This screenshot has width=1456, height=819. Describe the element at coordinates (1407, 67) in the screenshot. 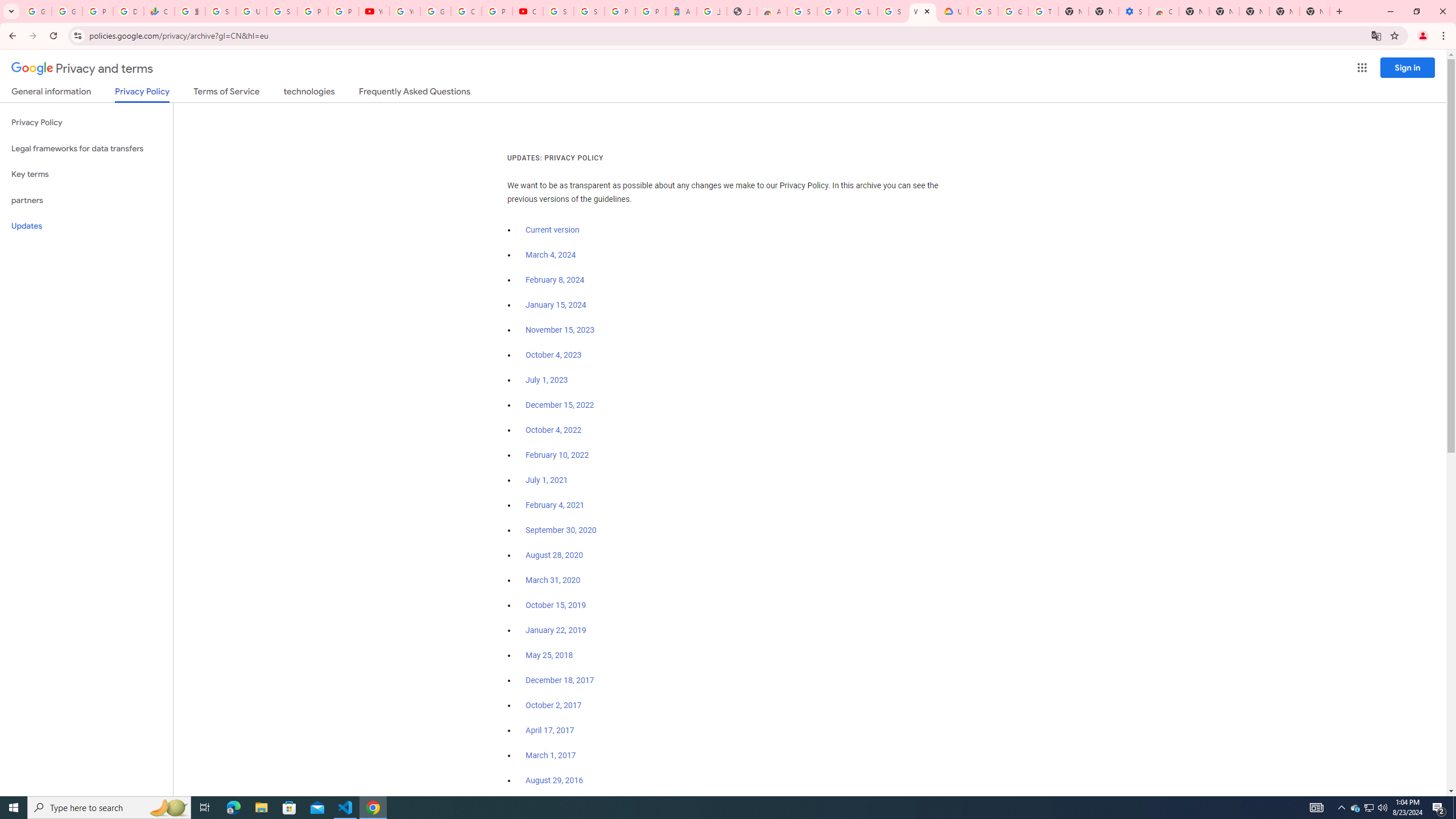

I see `'Sign in'` at that location.